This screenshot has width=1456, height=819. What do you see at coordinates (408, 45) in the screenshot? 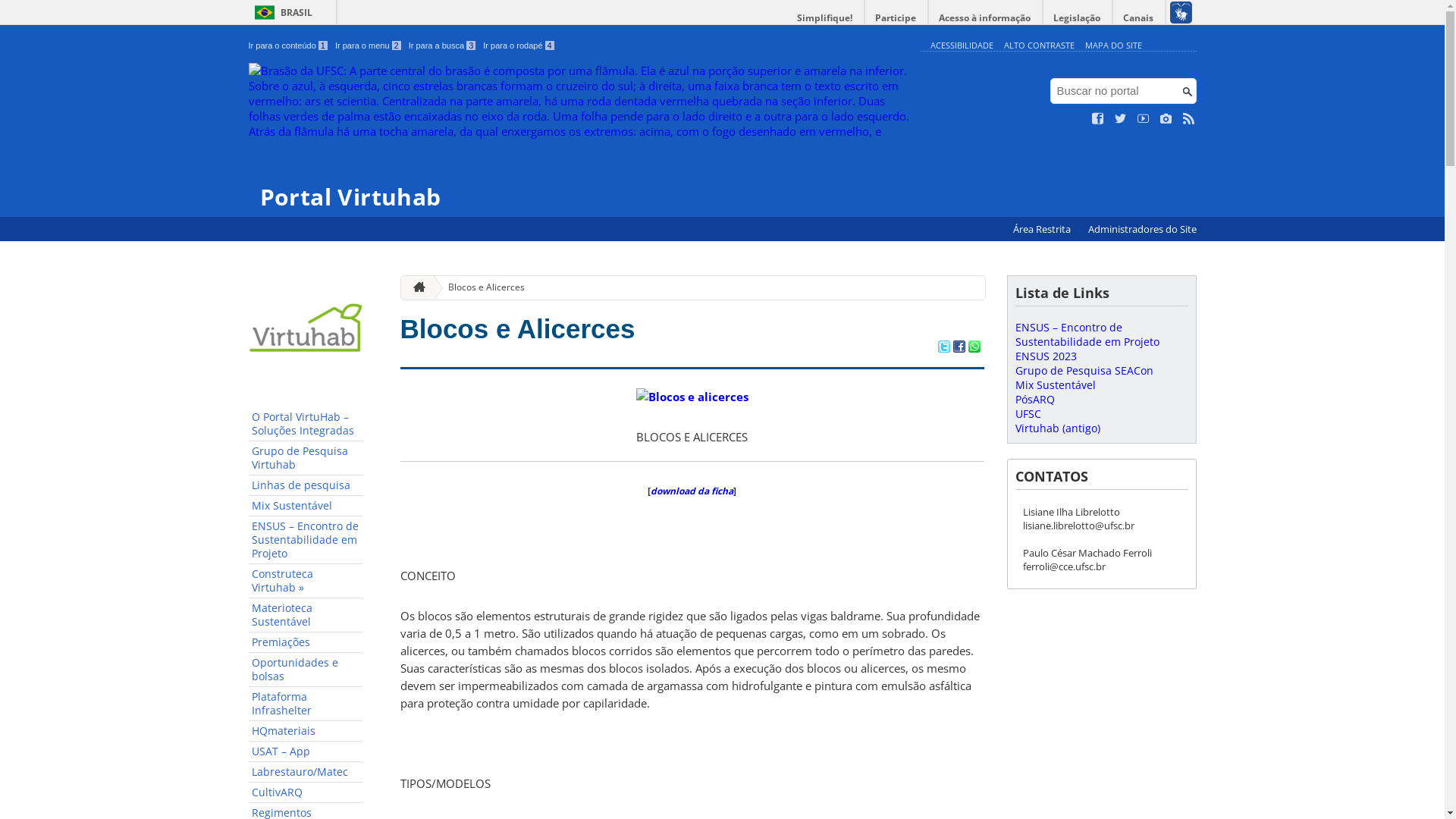
I see `'Ir para a busca 3'` at bounding box center [408, 45].